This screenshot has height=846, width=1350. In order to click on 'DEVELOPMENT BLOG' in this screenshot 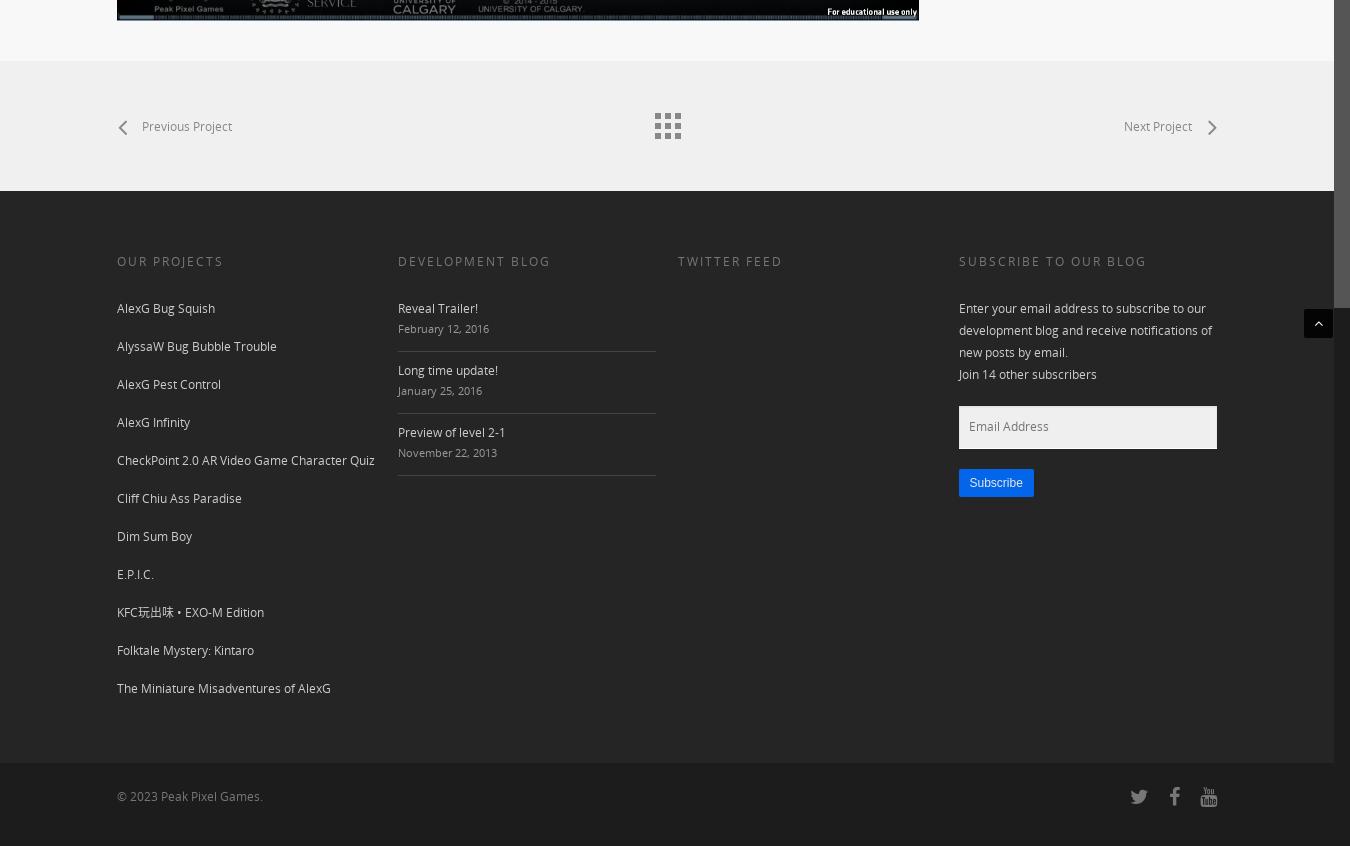, I will do `click(472, 261)`.